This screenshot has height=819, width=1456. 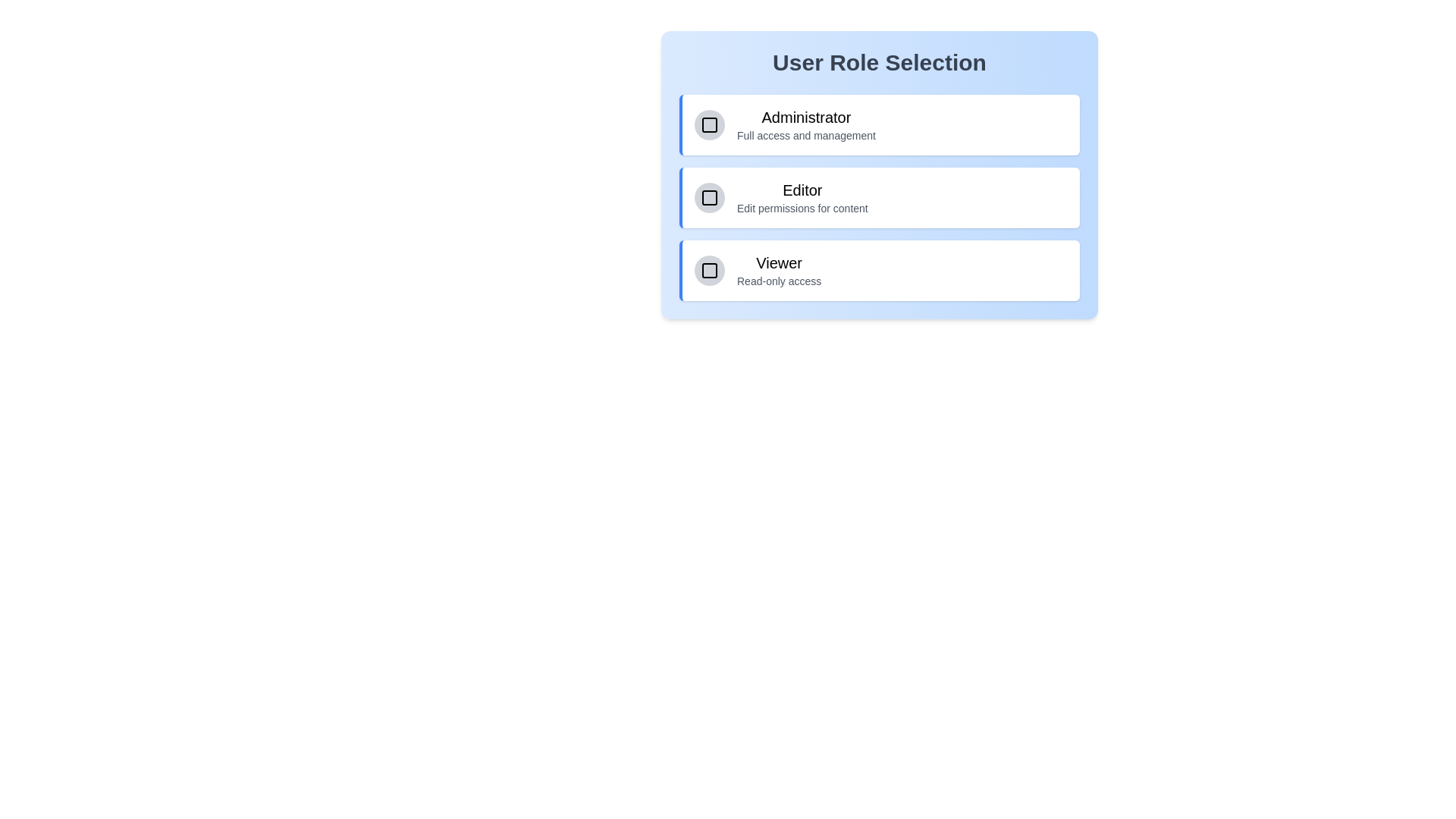 What do you see at coordinates (736, 106) in the screenshot?
I see `the text of the role description for Administrator` at bounding box center [736, 106].